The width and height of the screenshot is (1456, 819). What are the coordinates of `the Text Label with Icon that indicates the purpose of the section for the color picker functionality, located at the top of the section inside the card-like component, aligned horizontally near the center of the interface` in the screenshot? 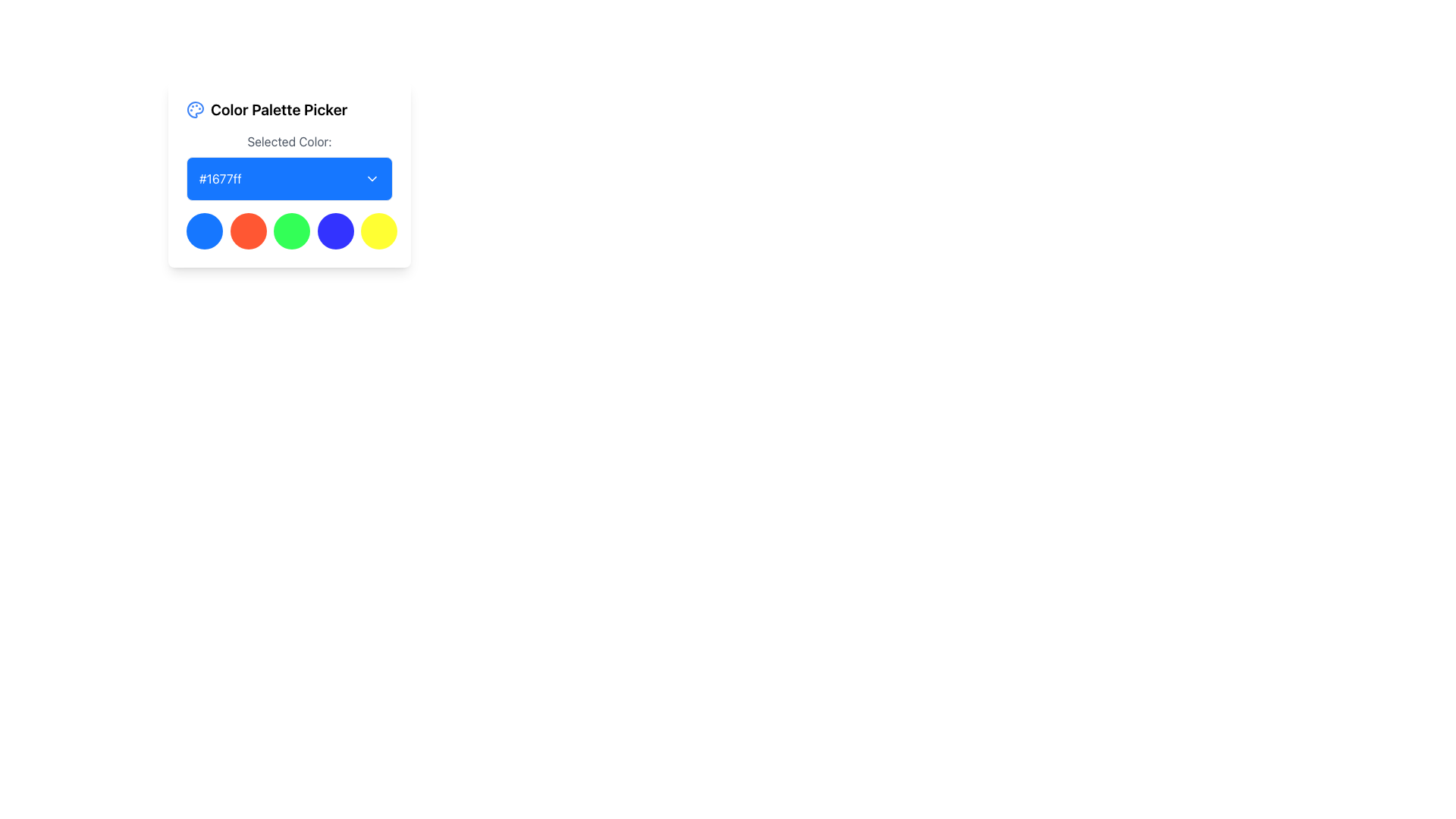 It's located at (290, 109).